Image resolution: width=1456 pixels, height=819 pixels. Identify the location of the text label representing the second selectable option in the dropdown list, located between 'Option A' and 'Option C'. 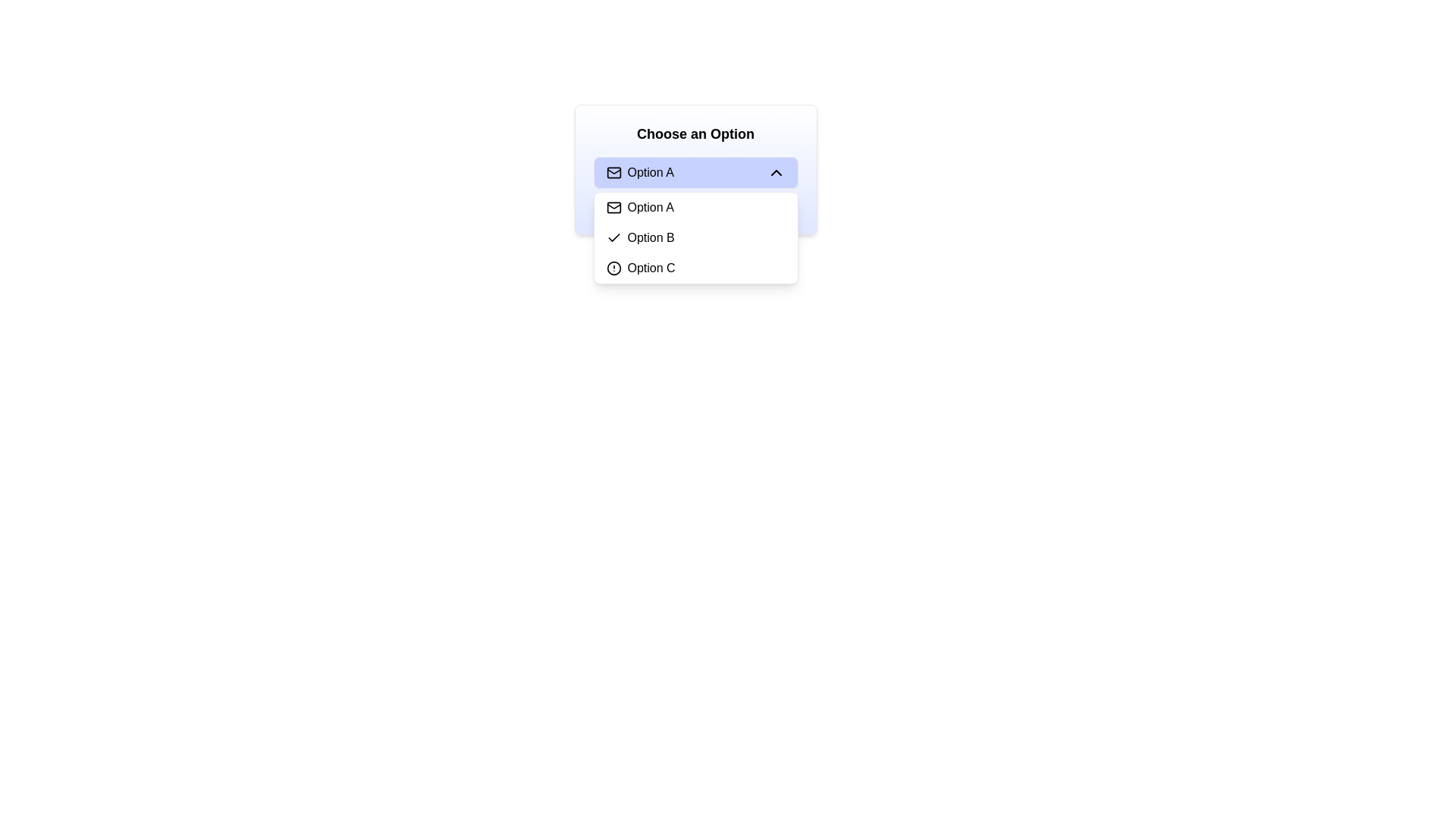
(651, 237).